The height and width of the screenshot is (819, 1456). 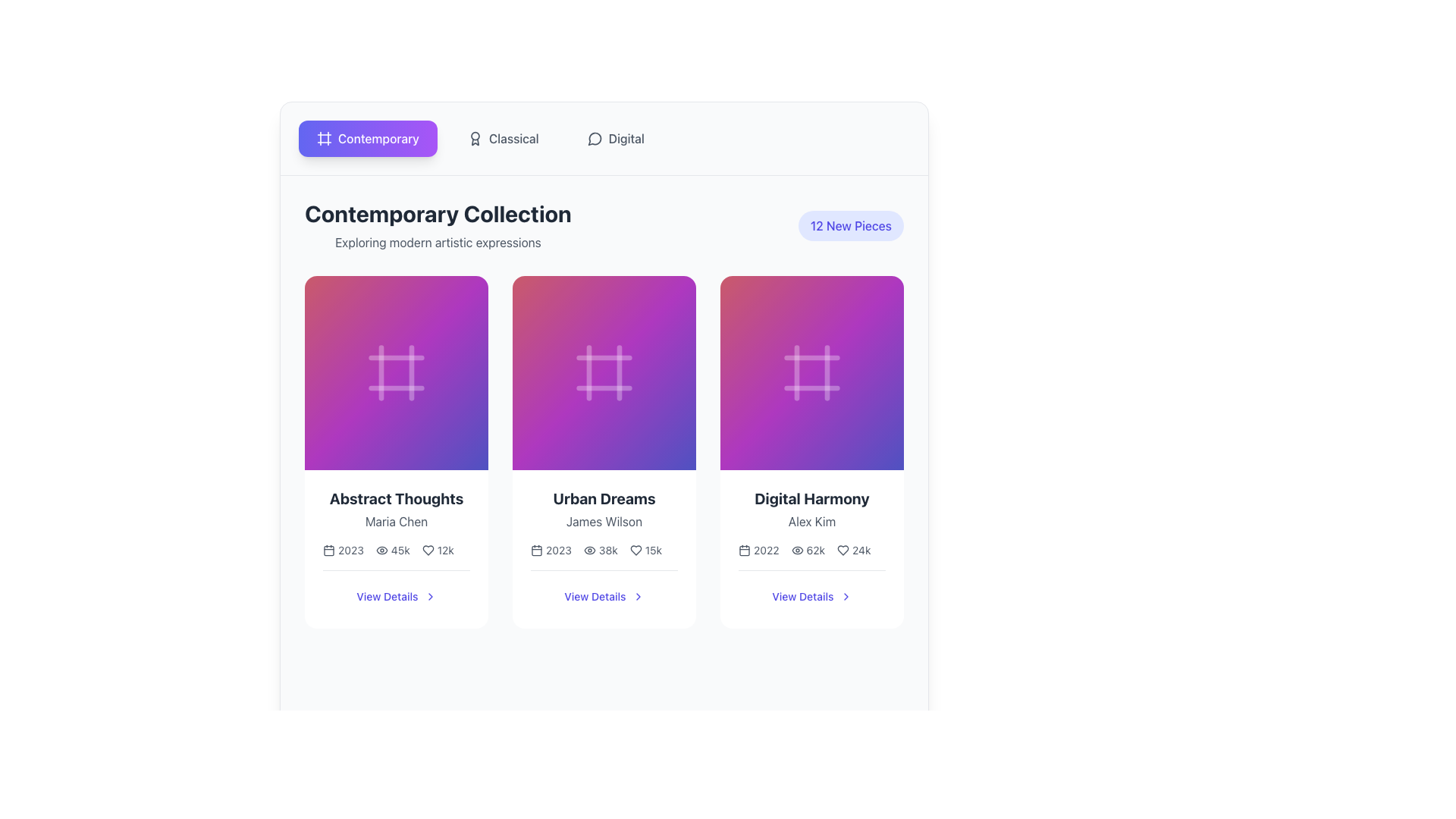 What do you see at coordinates (323, 138) in the screenshot?
I see `the 'Contemporary' filter button which contains the decorative icon for easy recognition` at bounding box center [323, 138].